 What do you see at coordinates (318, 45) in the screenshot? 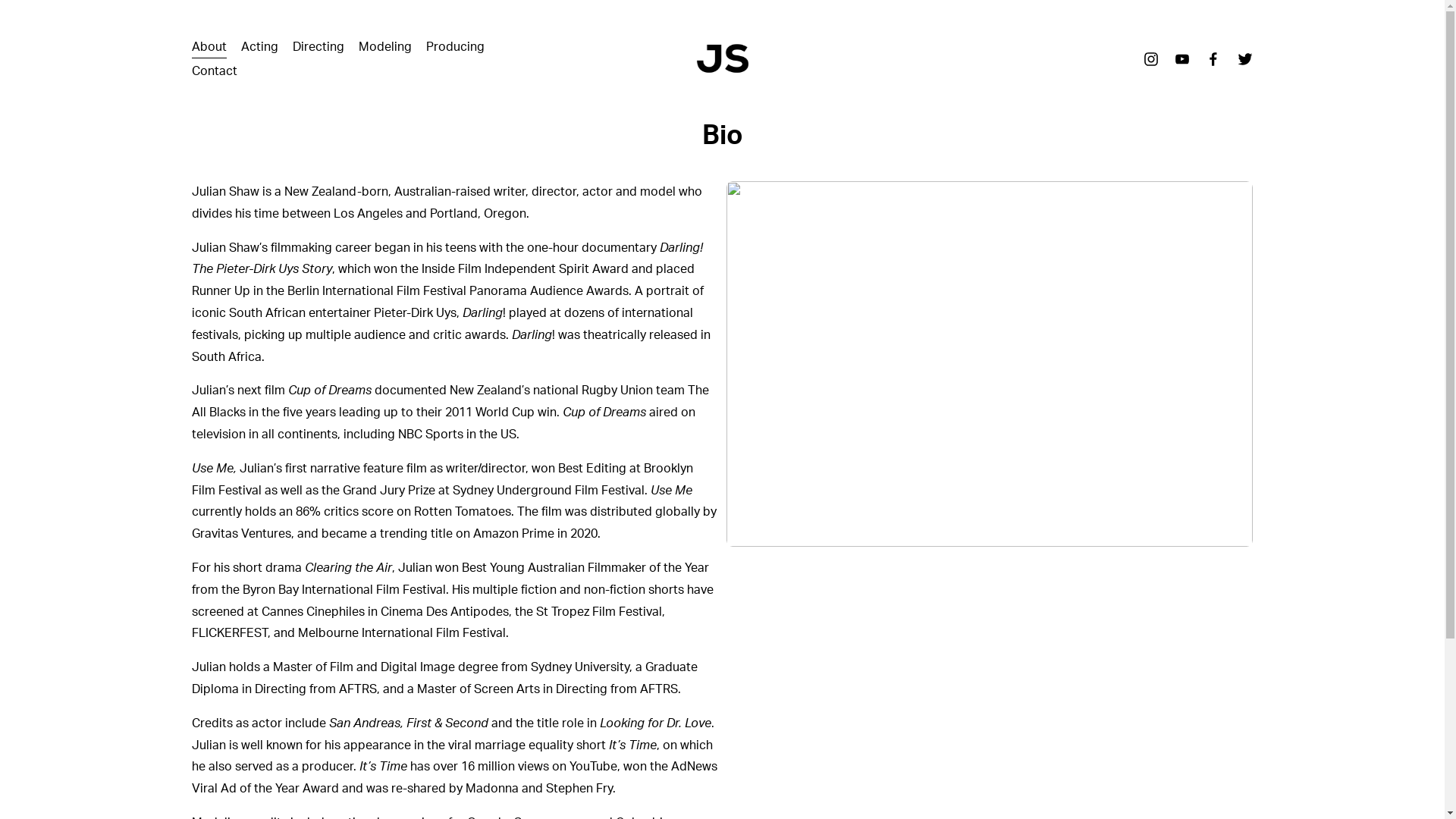
I see `'Directing'` at bounding box center [318, 45].